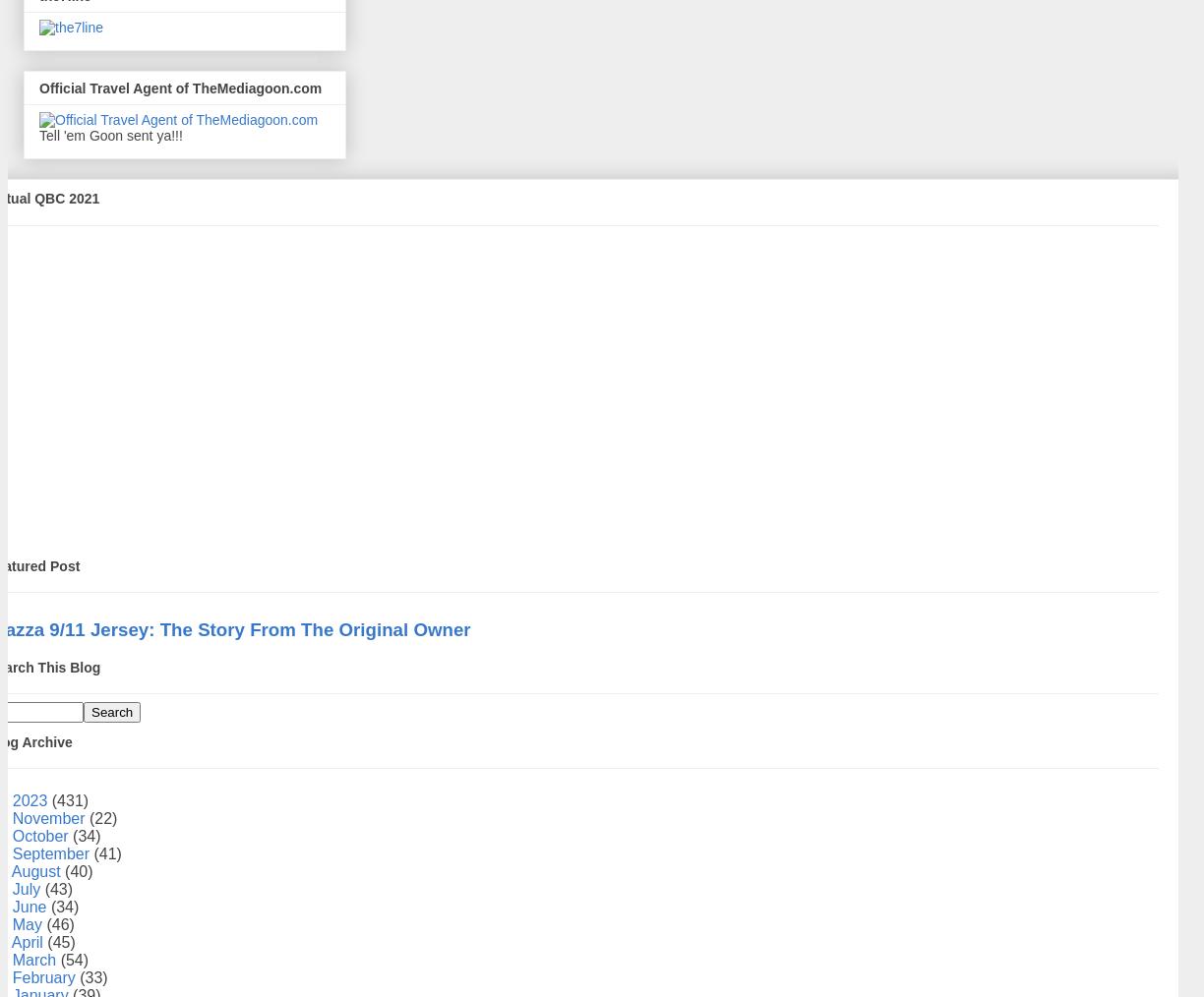 This screenshot has height=997, width=1204. I want to click on '(46)', so click(46, 923).